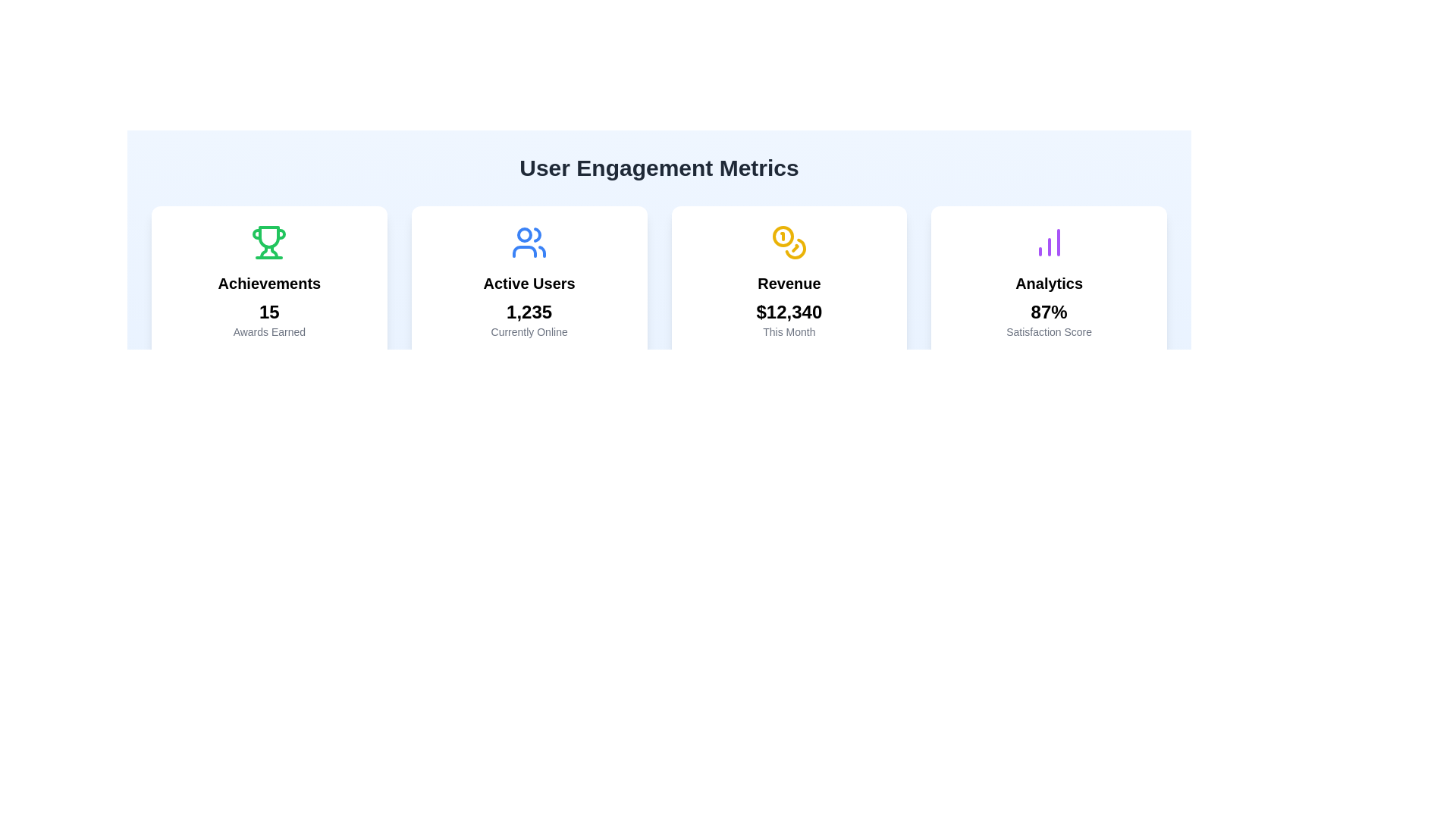 This screenshot has width=1456, height=819. What do you see at coordinates (529, 331) in the screenshot?
I see `the static text located below the numeric display of '1,235' in the 'Active Users' card, which is the second element from the left in the row of user engagement metrics` at bounding box center [529, 331].